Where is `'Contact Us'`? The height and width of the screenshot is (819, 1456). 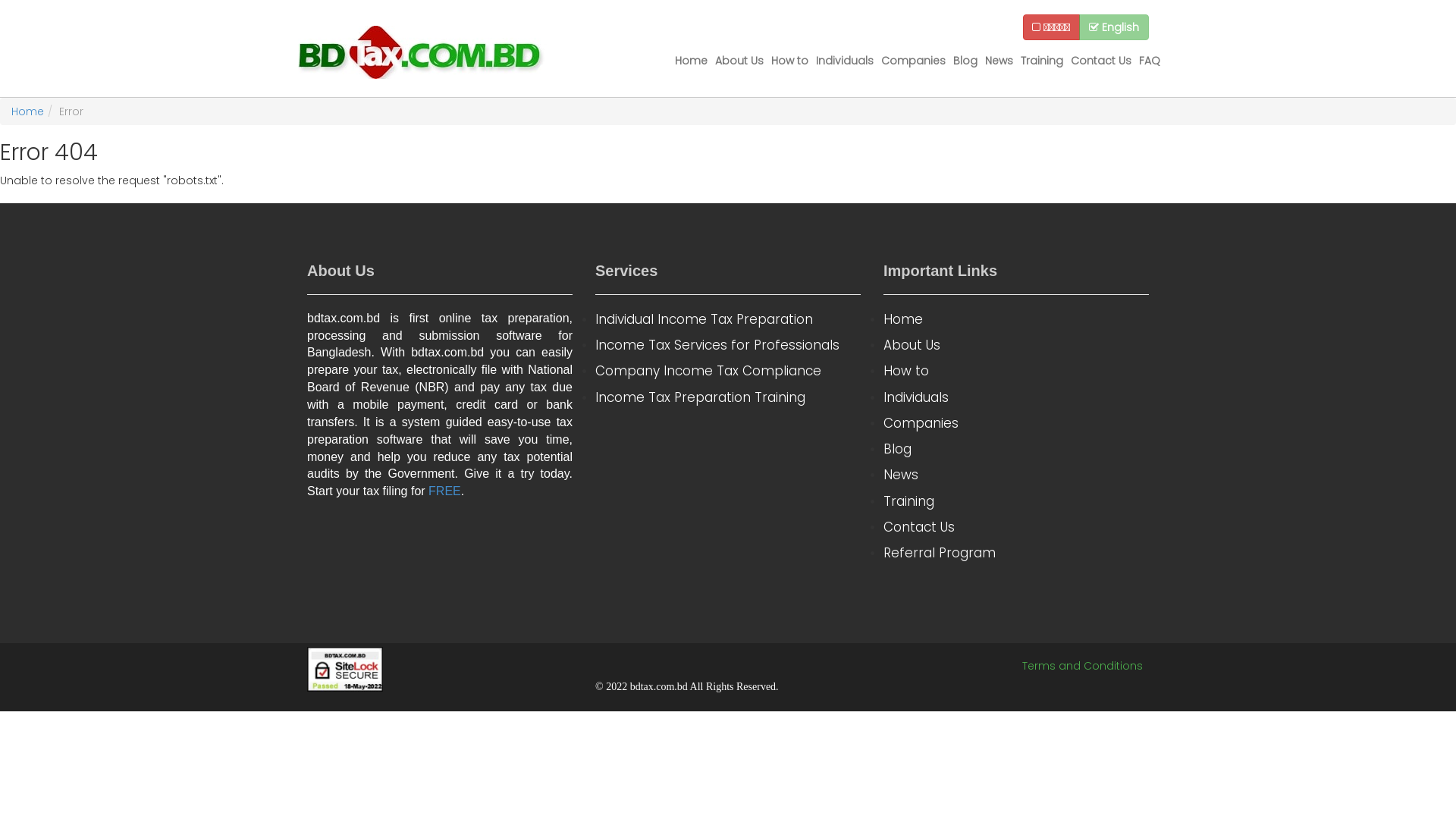 'Contact Us' is located at coordinates (1100, 60).